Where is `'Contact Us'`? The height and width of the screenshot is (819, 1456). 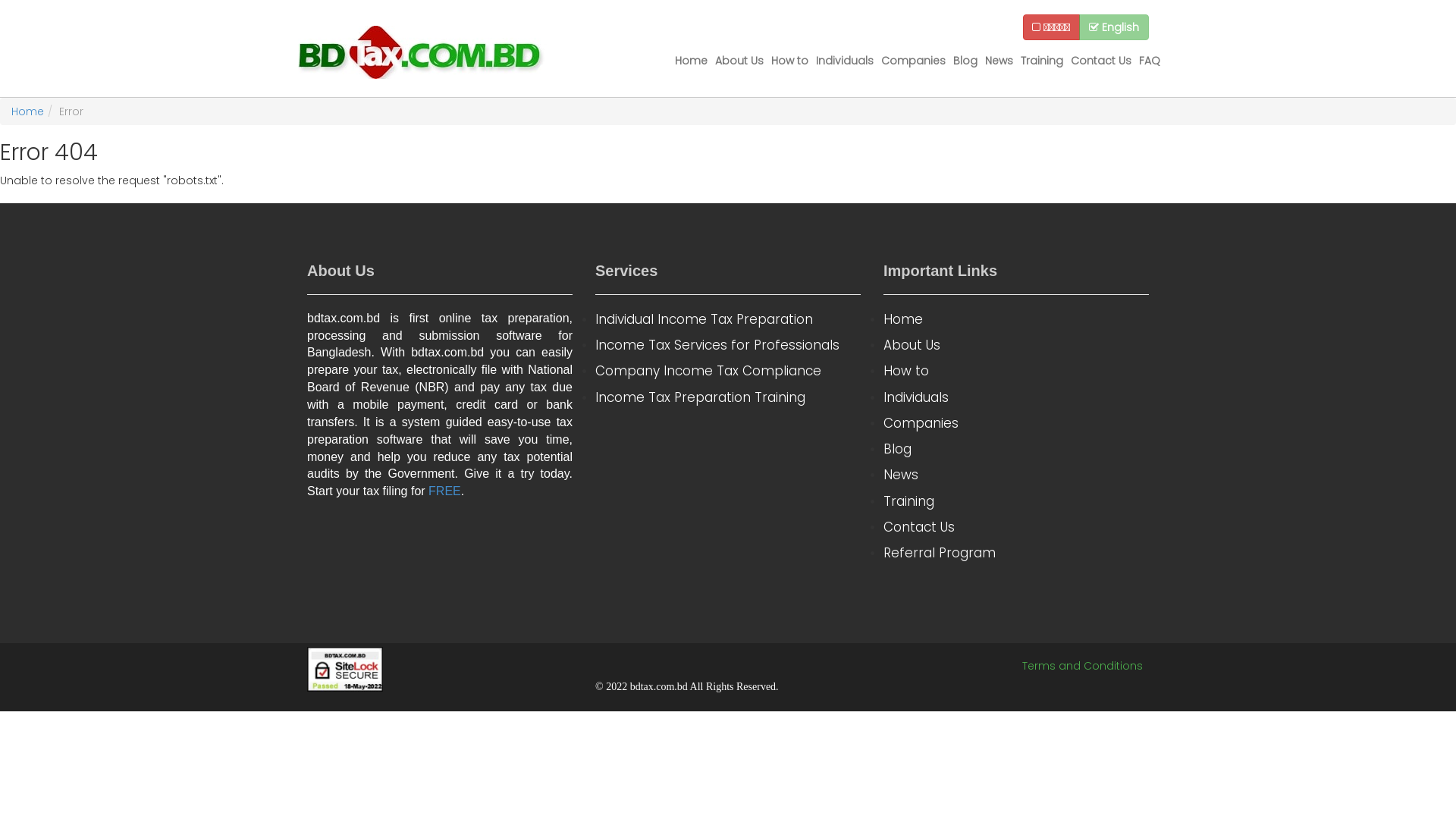 'Contact Us' is located at coordinates (1100, 60).